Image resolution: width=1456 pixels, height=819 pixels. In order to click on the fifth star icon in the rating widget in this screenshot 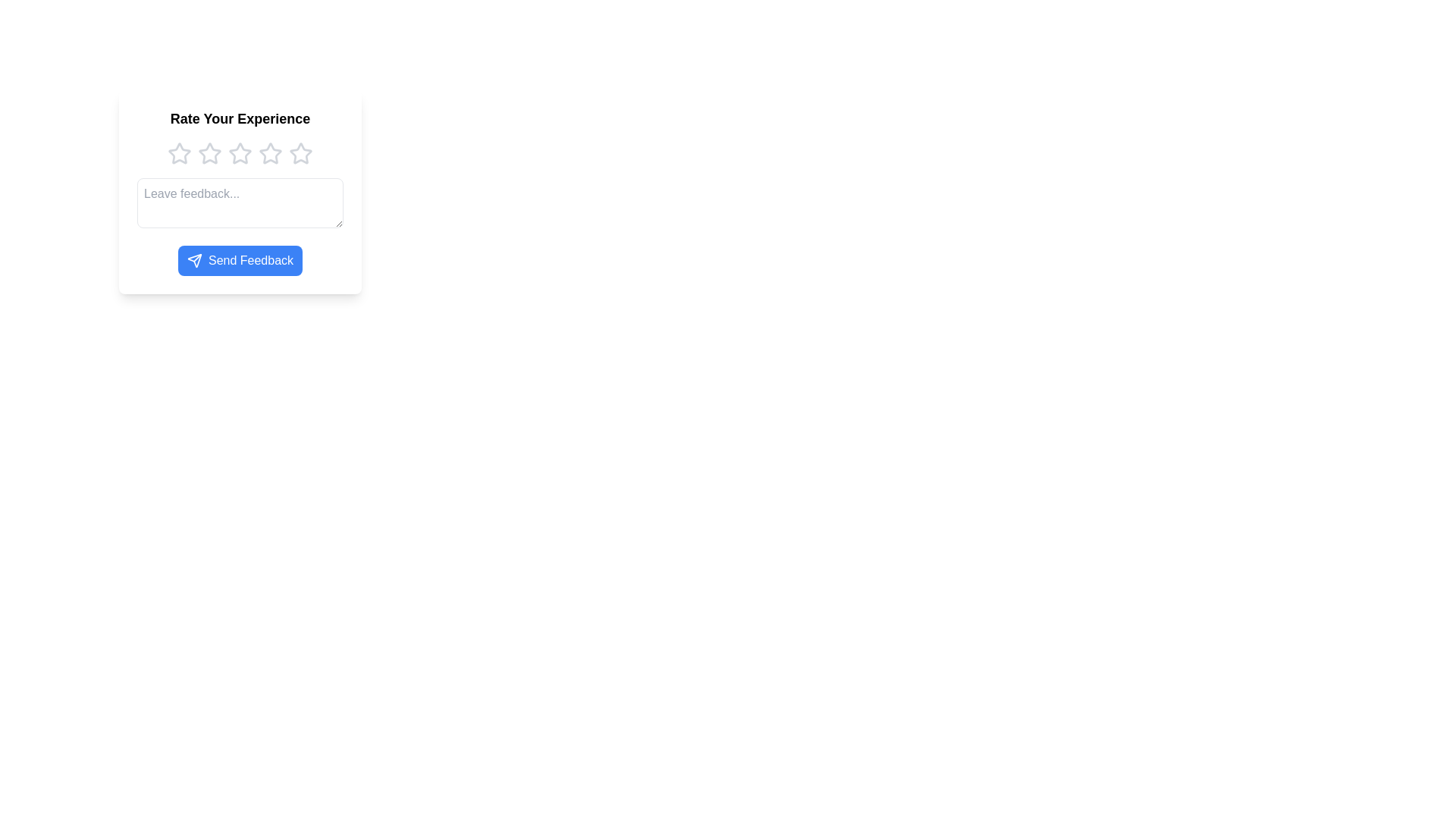, I will do `click(300, 152)`.